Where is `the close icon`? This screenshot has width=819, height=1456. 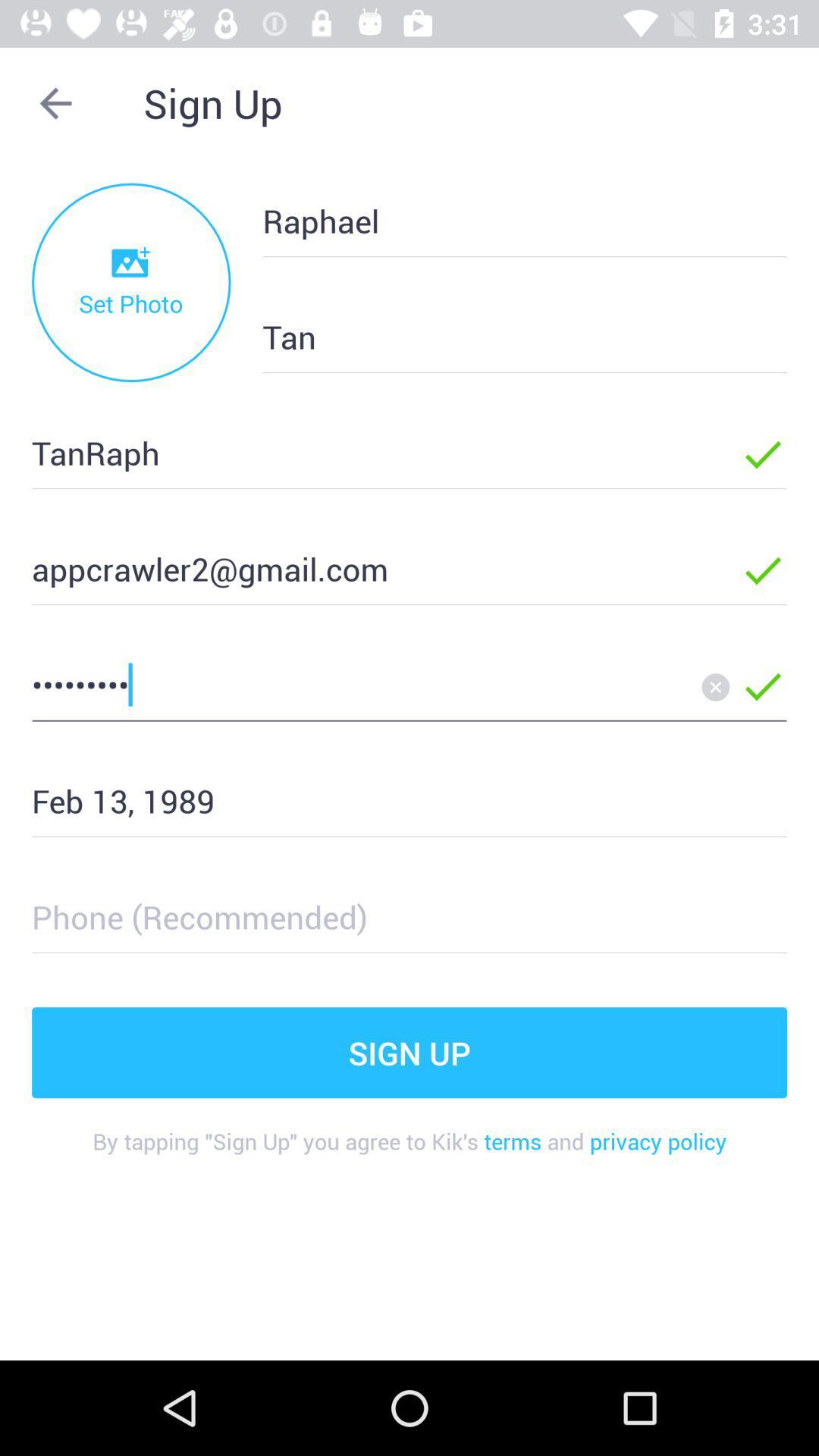
the close icon is located at coordinates (715, 686).